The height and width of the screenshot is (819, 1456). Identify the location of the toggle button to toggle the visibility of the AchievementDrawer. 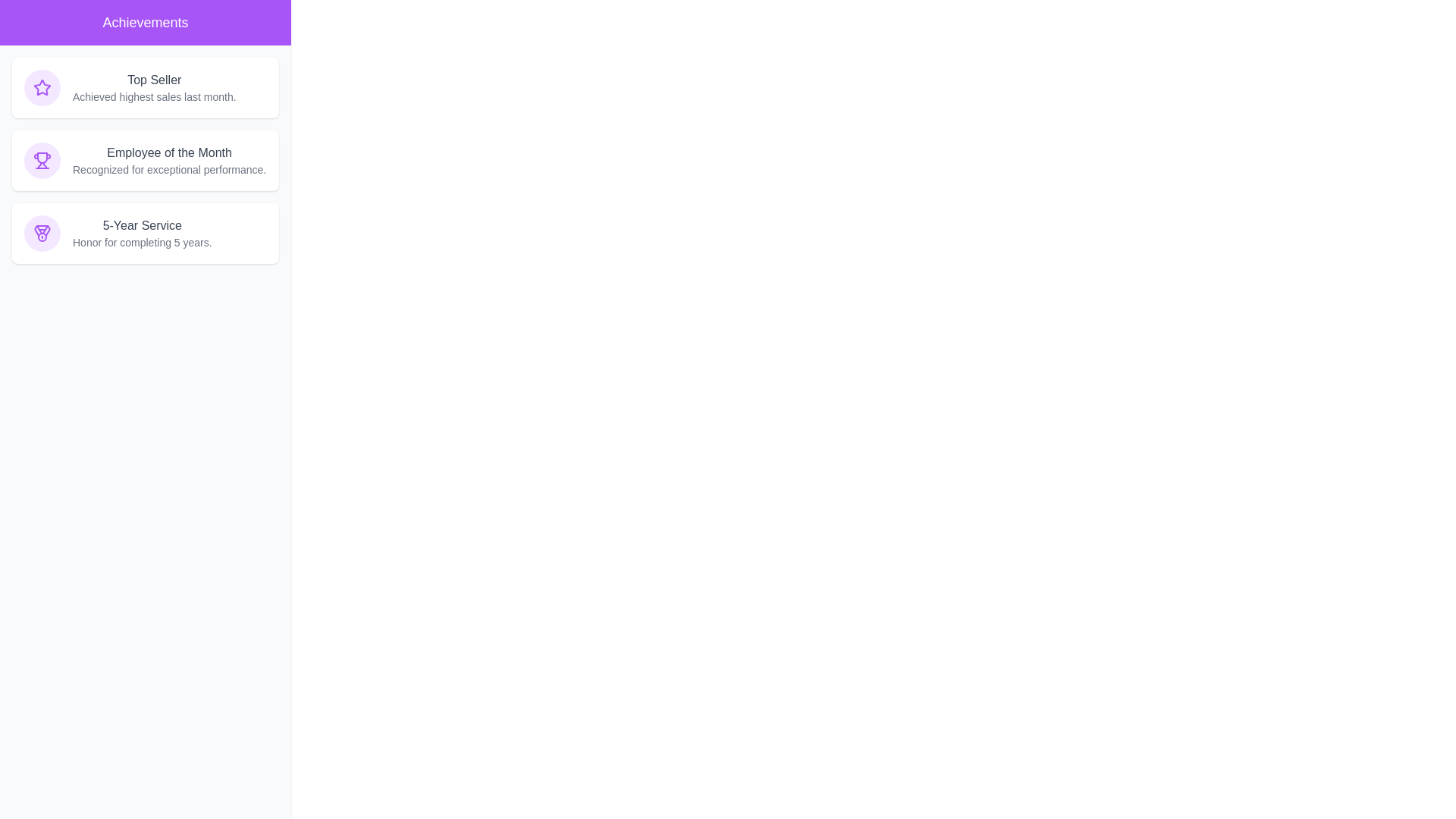
(30, 30).